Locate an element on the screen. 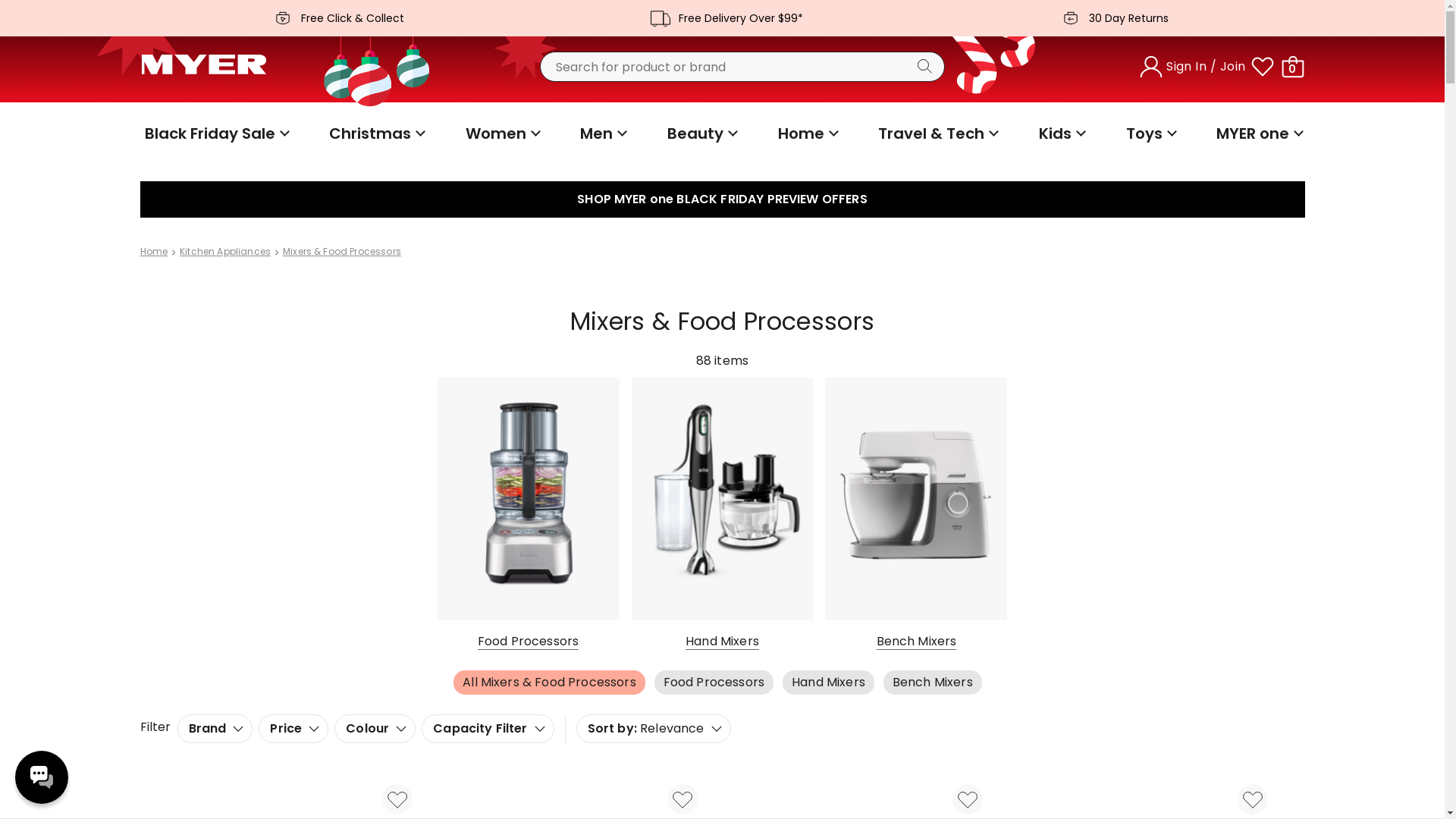 The image size is (1456, 819). 'Capacity Filter' is located at coordinates (488, 727).